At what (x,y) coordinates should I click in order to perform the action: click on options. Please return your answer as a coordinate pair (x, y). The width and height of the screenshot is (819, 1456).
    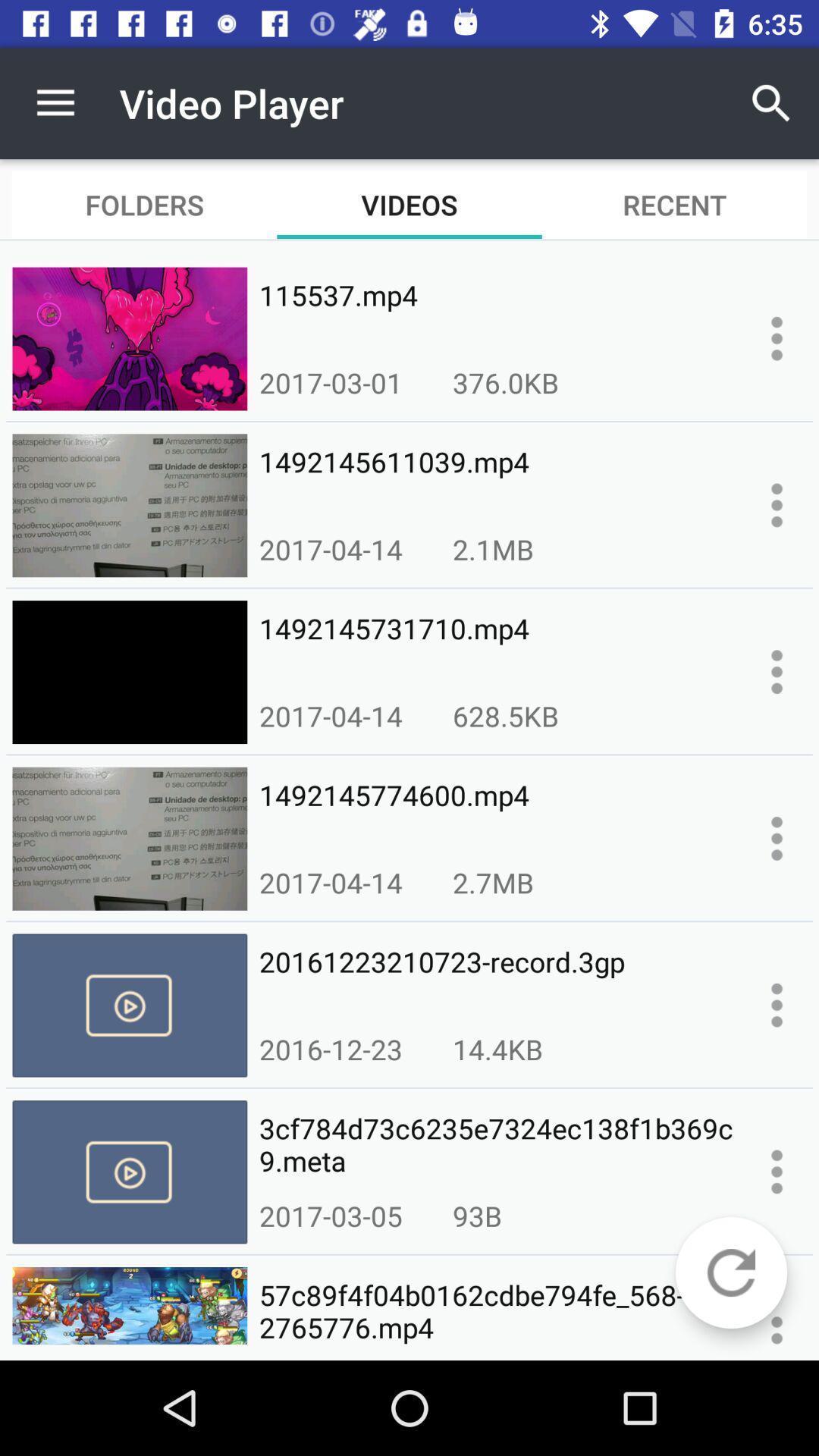
    Looking at the image, I should click on (777, 1322).